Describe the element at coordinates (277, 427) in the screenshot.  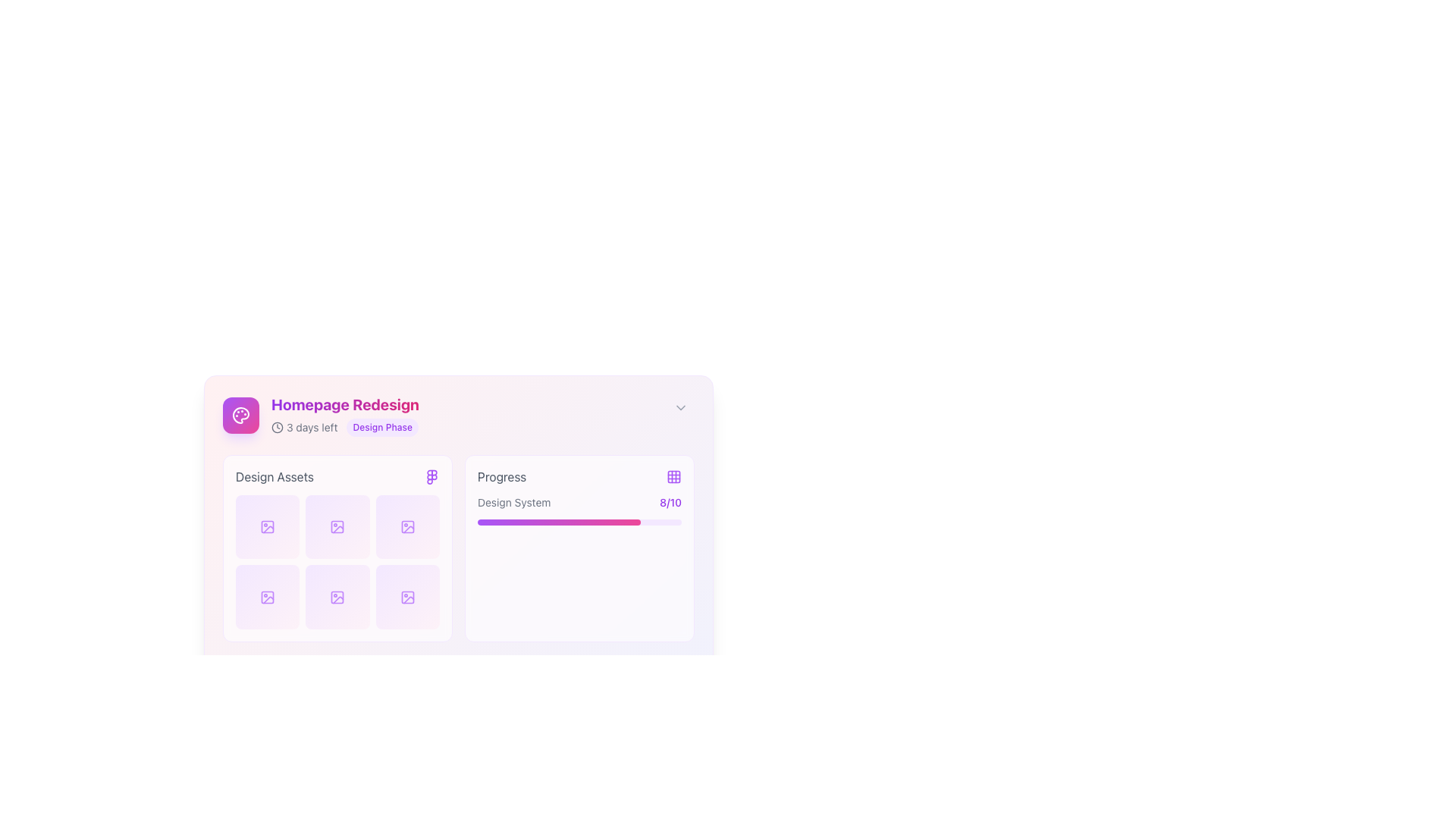
I see `the circular outline of the clock icon located in the top-right region of the 'Homepage Redesign' card` at that location.